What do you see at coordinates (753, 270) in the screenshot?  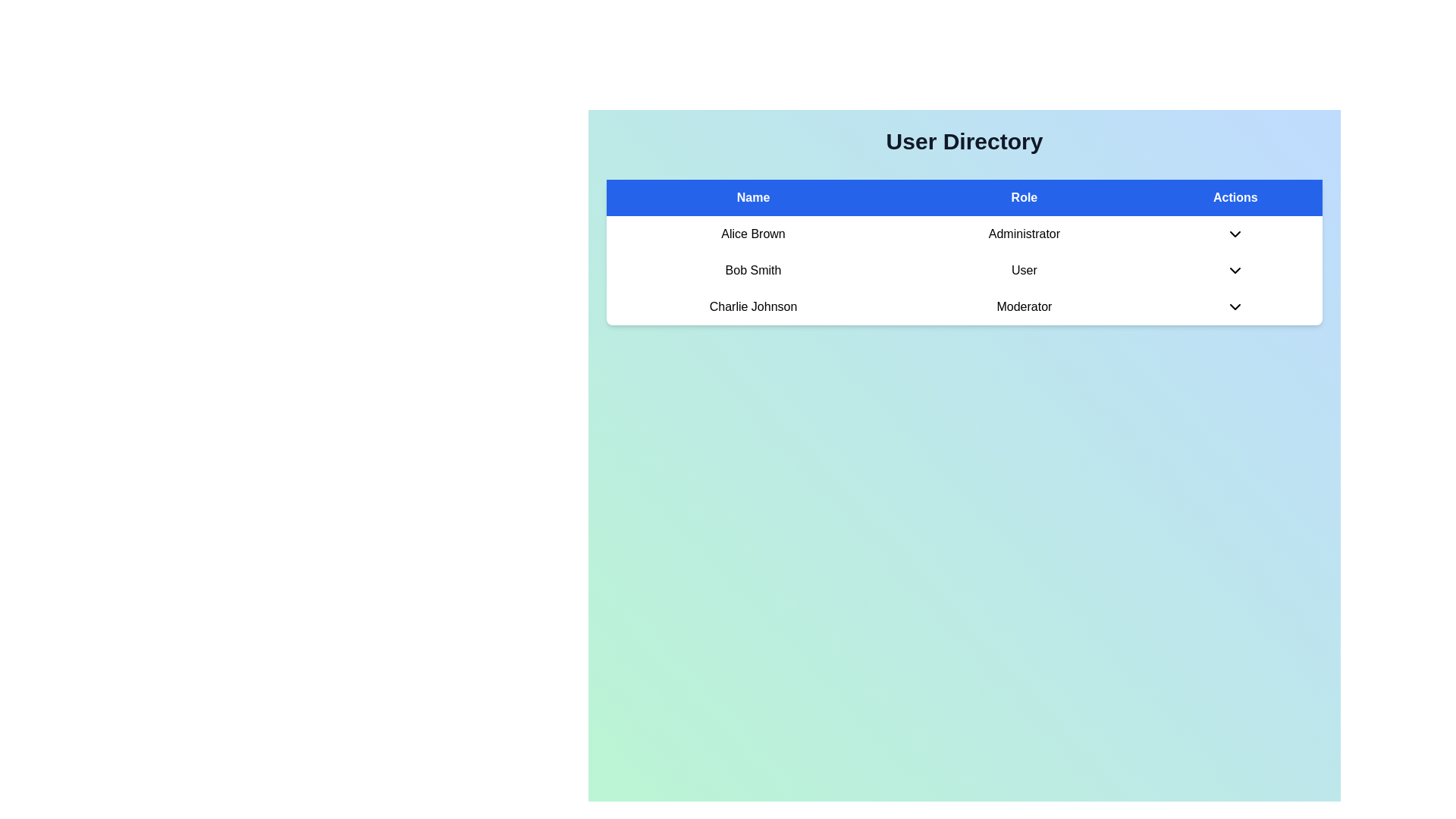 I see `the text label displaying the name 'Bob Smith' in the user directory, located in the second row of the table under the 'Name' column` at bounding box center [753, 270].